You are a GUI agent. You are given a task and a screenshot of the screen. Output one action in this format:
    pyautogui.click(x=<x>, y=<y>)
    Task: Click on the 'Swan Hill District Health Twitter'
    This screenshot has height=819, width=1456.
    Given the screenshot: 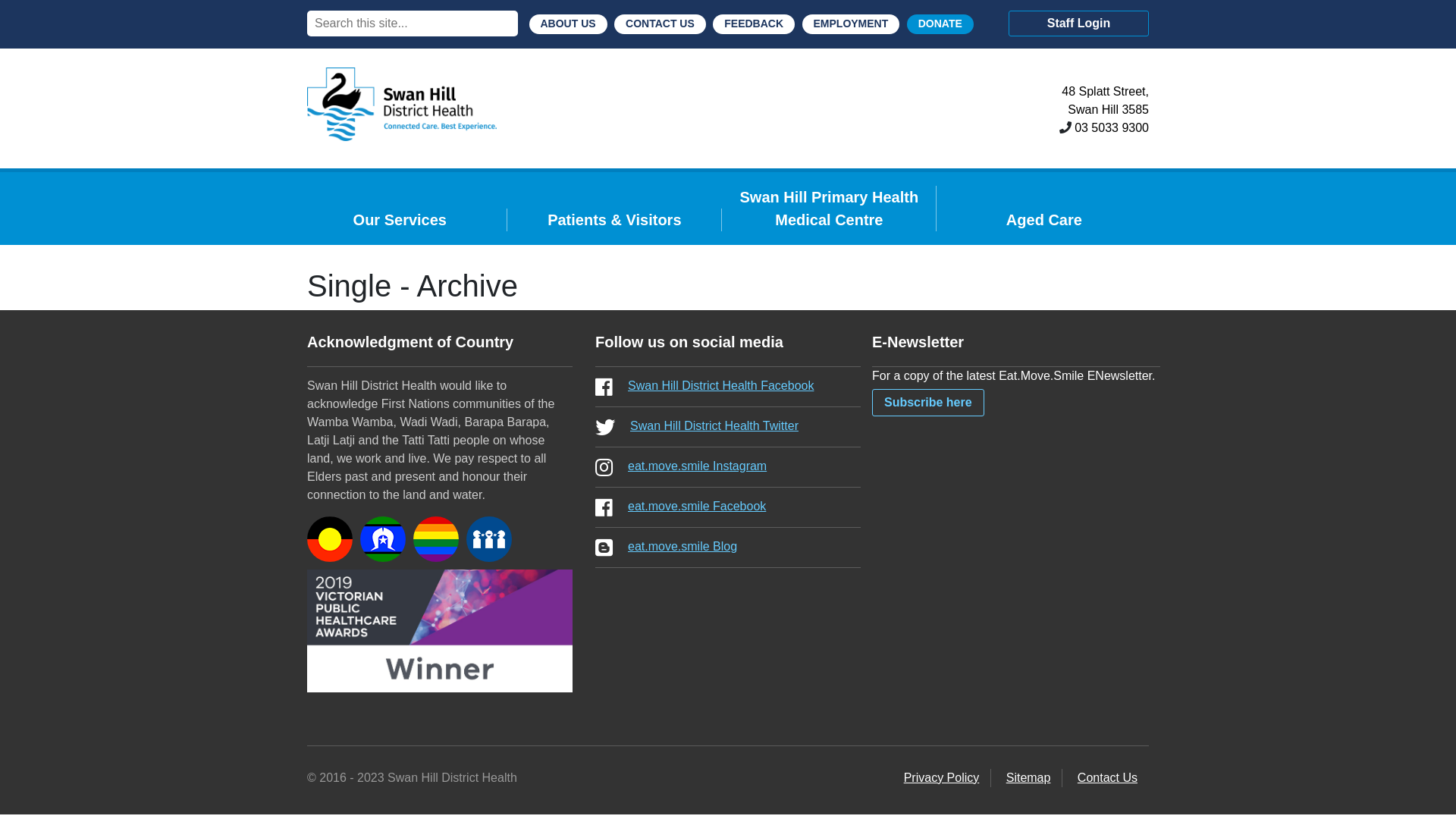 What is the action you would take?
    pyautogui.click(x=728, y=427)
    